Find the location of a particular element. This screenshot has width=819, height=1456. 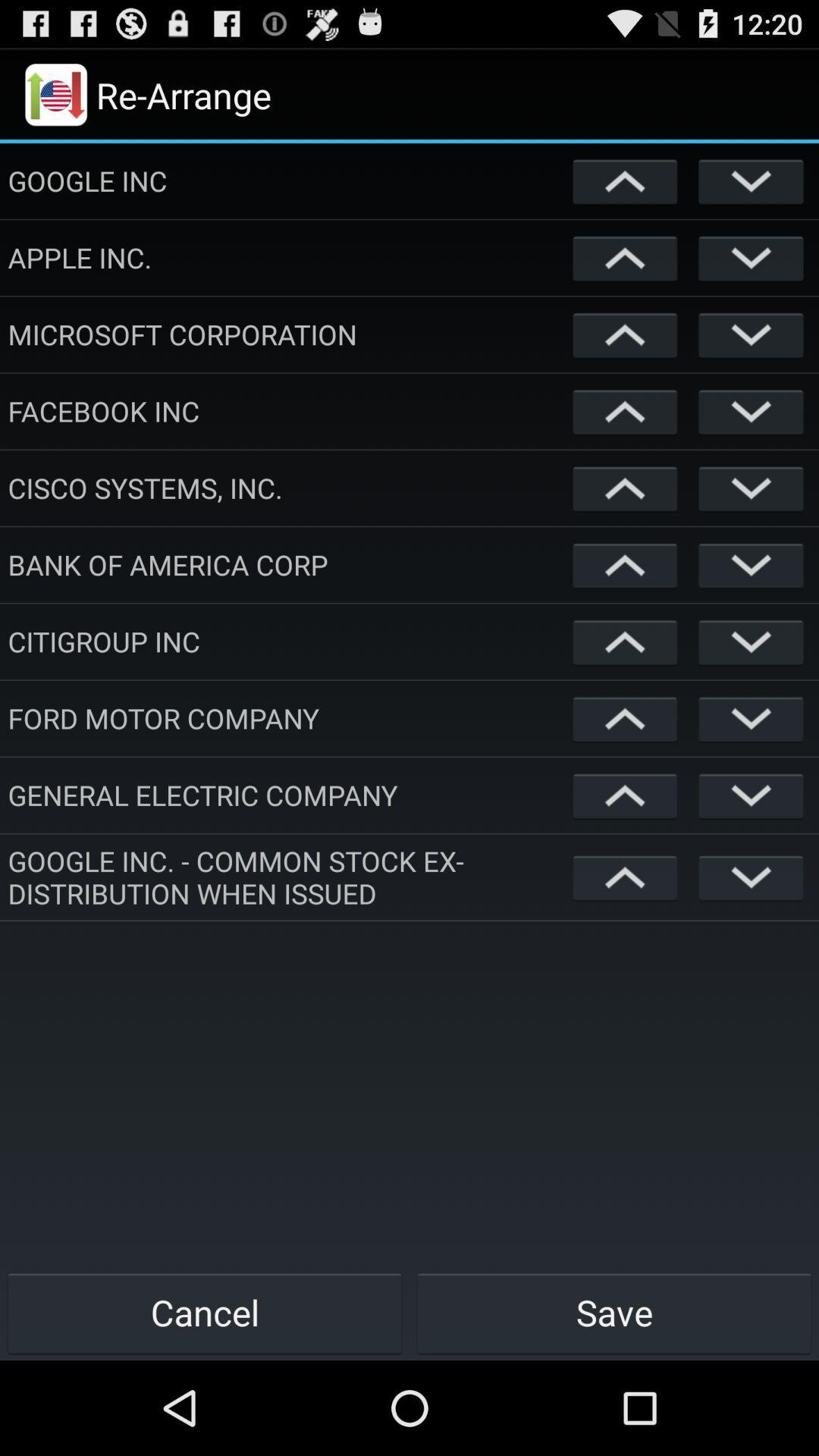

move item up is located at coordinates (625, 180).